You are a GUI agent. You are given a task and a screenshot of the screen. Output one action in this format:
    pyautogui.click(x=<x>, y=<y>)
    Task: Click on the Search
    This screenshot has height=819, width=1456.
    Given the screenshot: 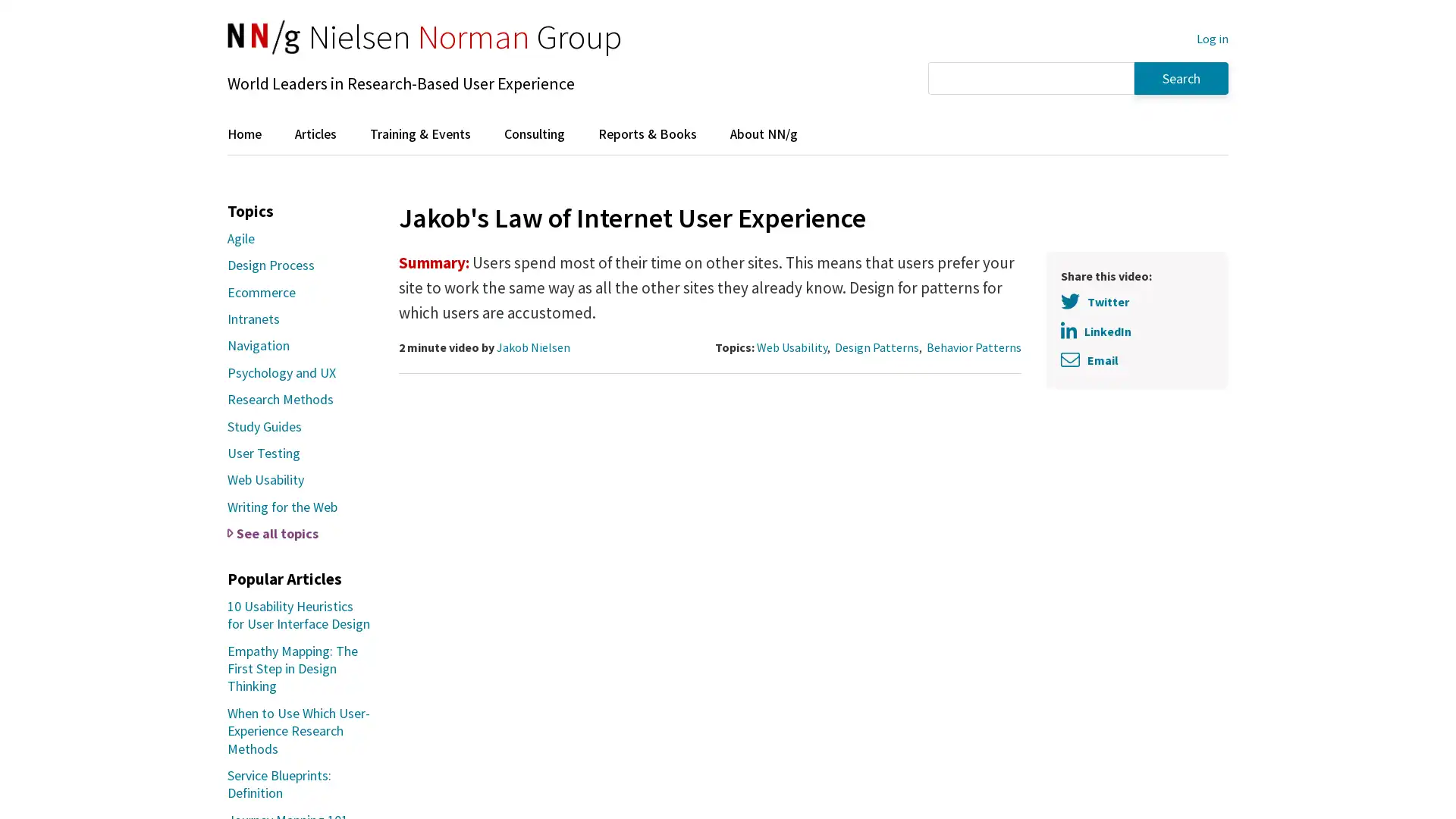 What is the action you would take?
    pyautogui.click(x=1181, y=77)
    